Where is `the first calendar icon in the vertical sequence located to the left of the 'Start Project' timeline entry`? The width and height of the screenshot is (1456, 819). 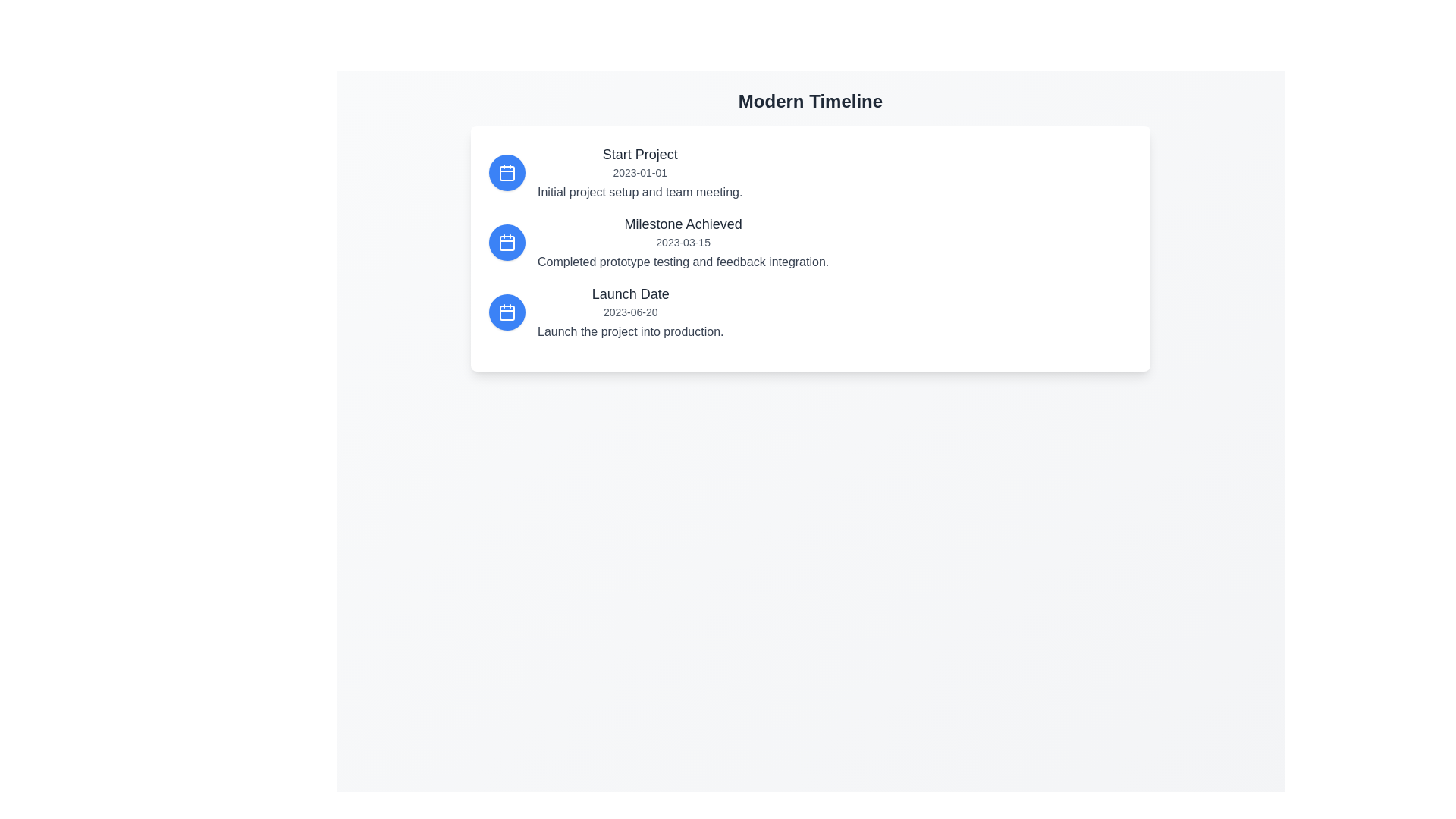
the first calendar icon in the vertical sequence located to the left of the 'Start Project' timeline entry is located at coordinates (507, 171).